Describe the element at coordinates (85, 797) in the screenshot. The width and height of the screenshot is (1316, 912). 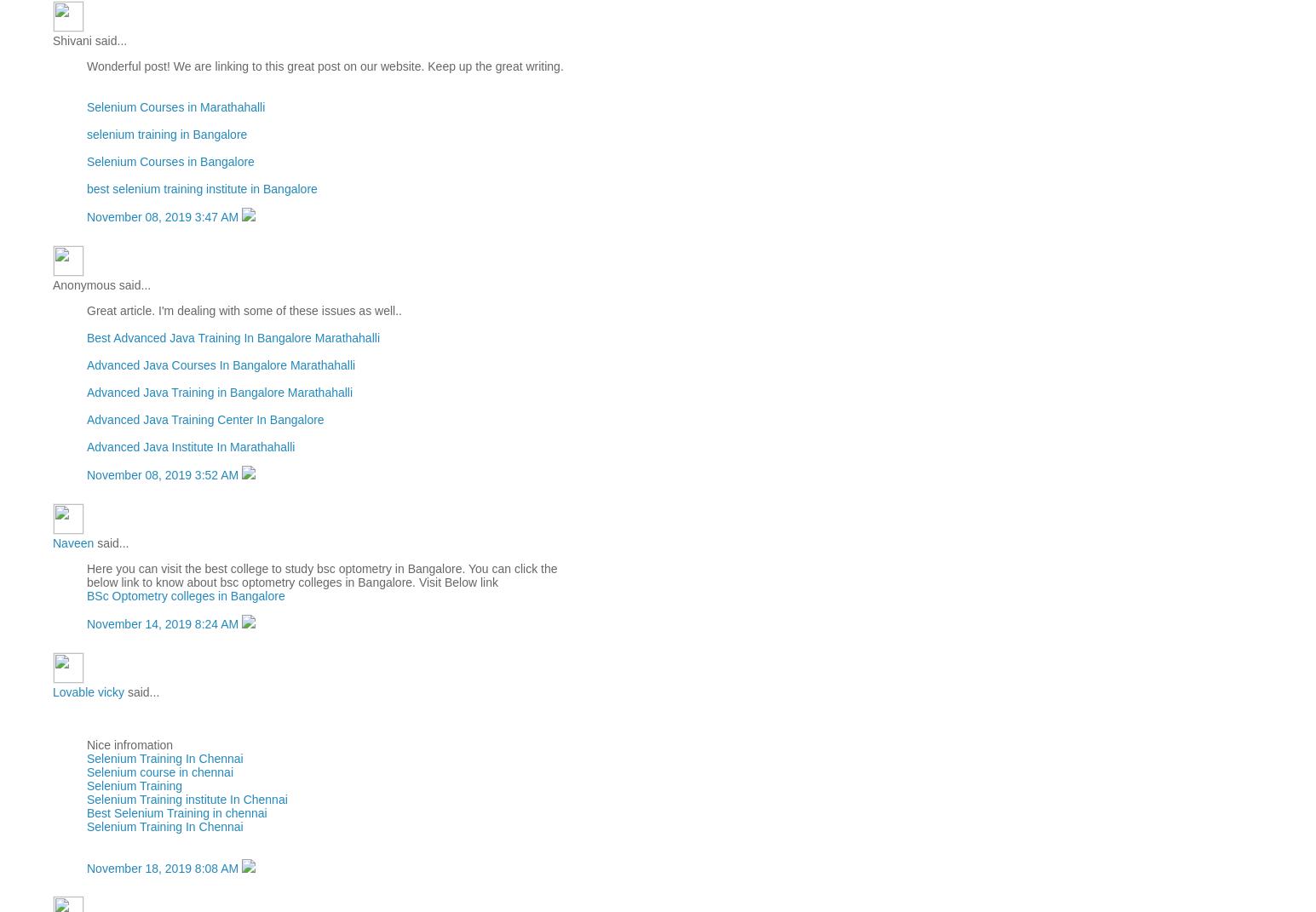
I see `'Selenium Training institute In Chennai'` at that location.